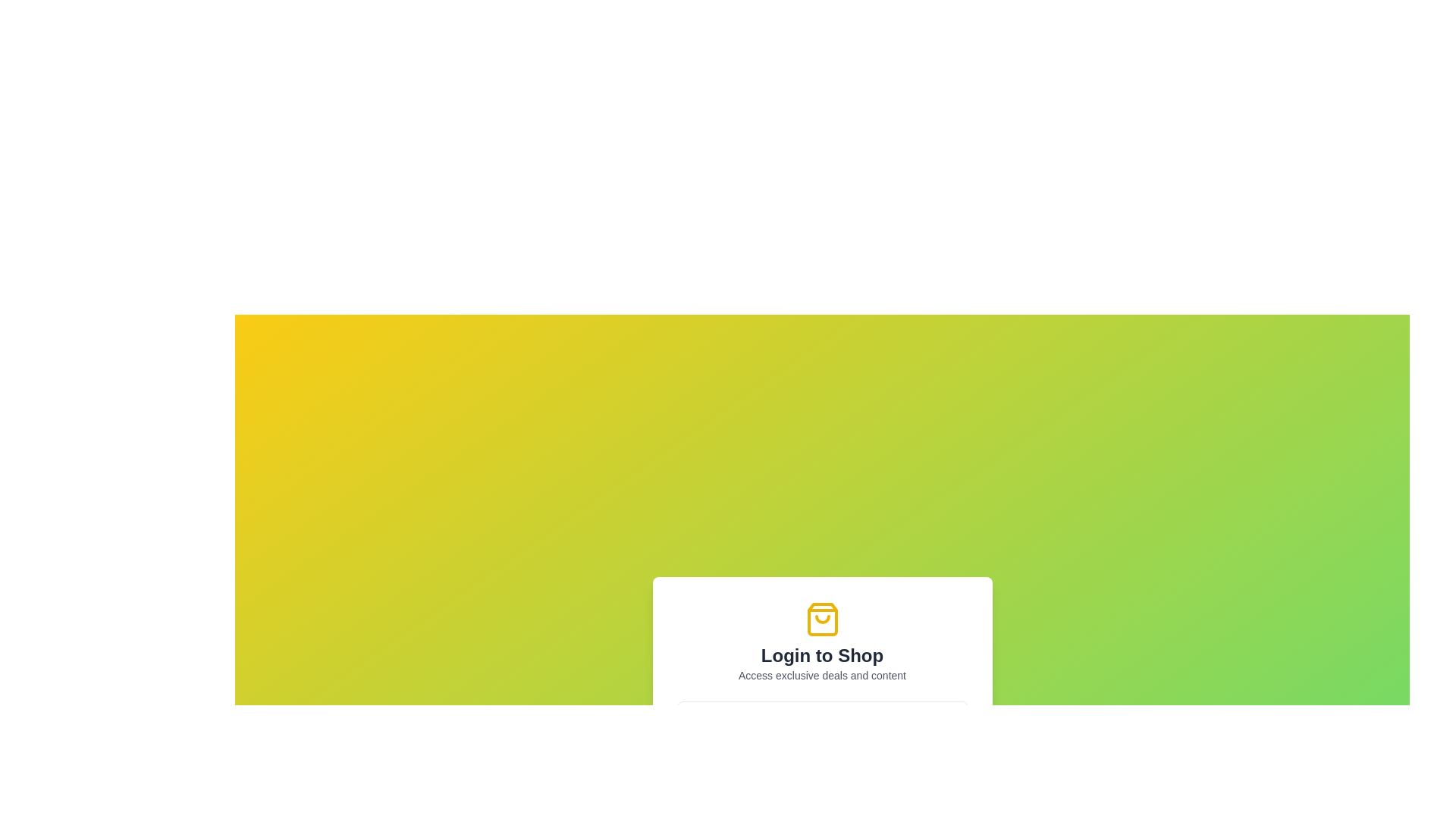 This screenshot has width=1456, height=819. What do you see at coordinates (821, 620) in the screenshot?
I see `the shopping bag icon, which is visually represented with a yellow tone and located just above the text 'Login to Shop.'` at bounding box center [821, 620].